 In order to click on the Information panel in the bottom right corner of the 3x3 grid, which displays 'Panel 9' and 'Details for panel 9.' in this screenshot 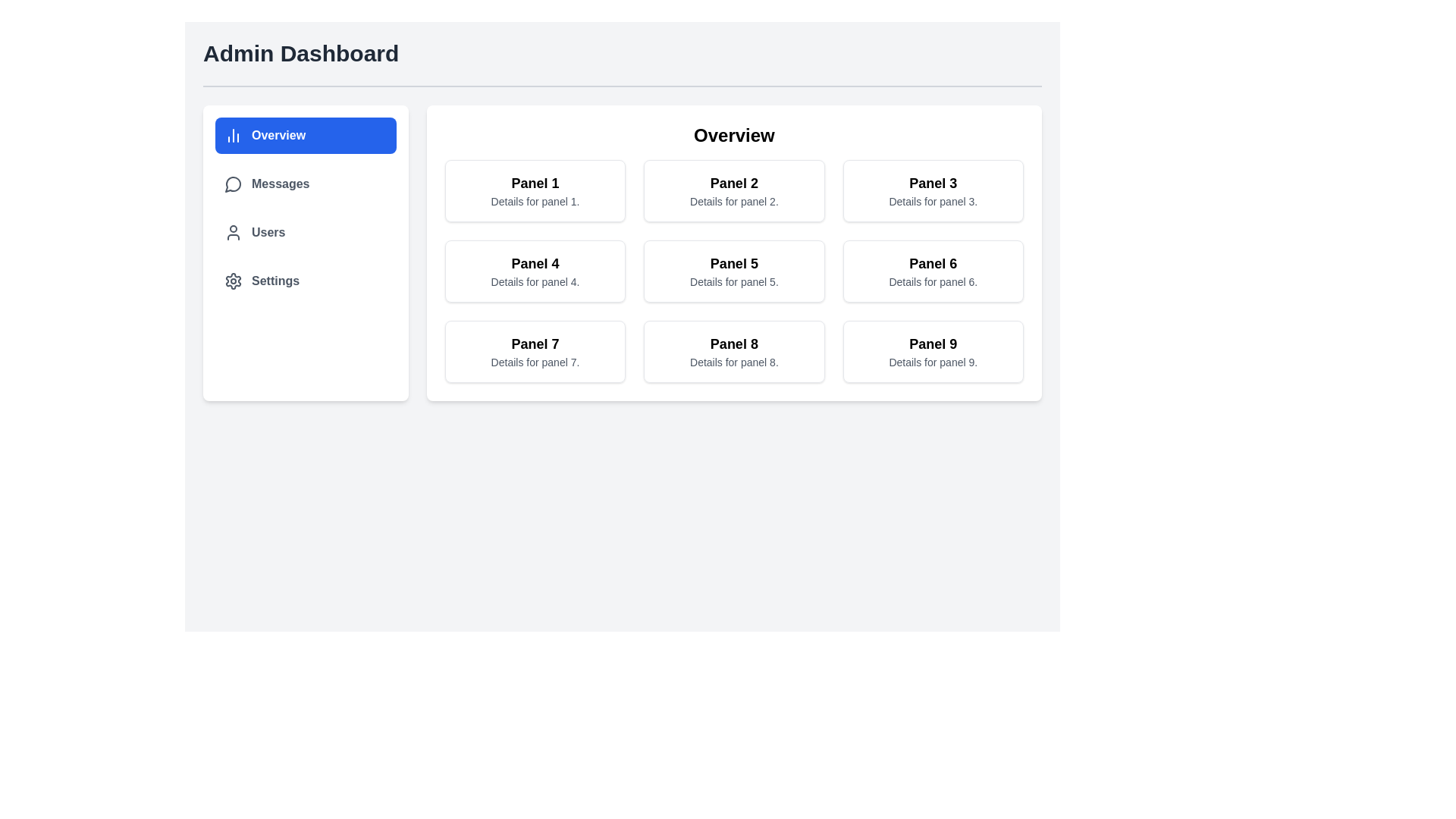, I will do `click(932, 351)`.